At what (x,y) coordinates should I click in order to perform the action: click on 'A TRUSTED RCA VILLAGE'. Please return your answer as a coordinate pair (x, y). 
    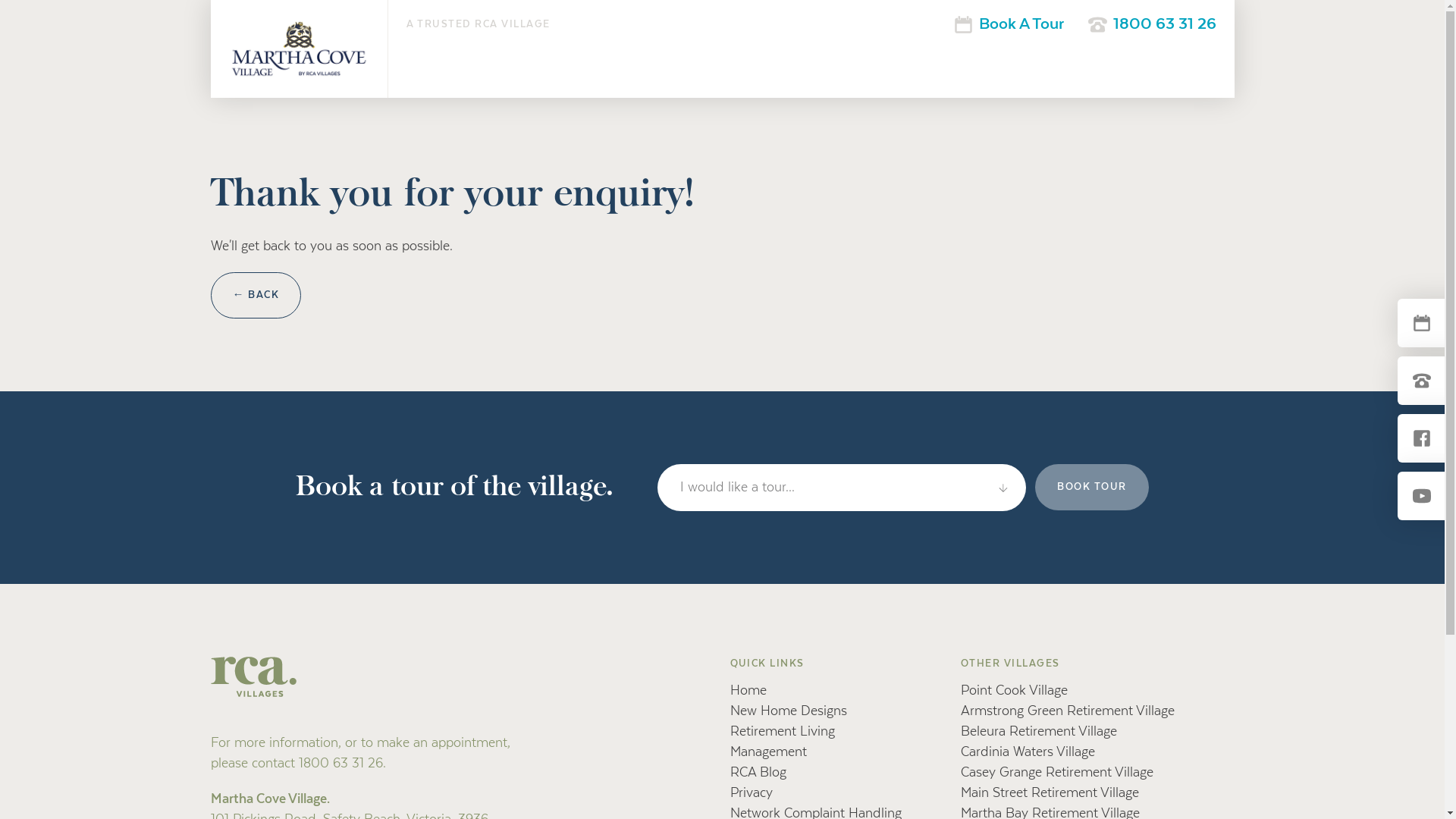
    Looking at the image, I should click on (478, 24).